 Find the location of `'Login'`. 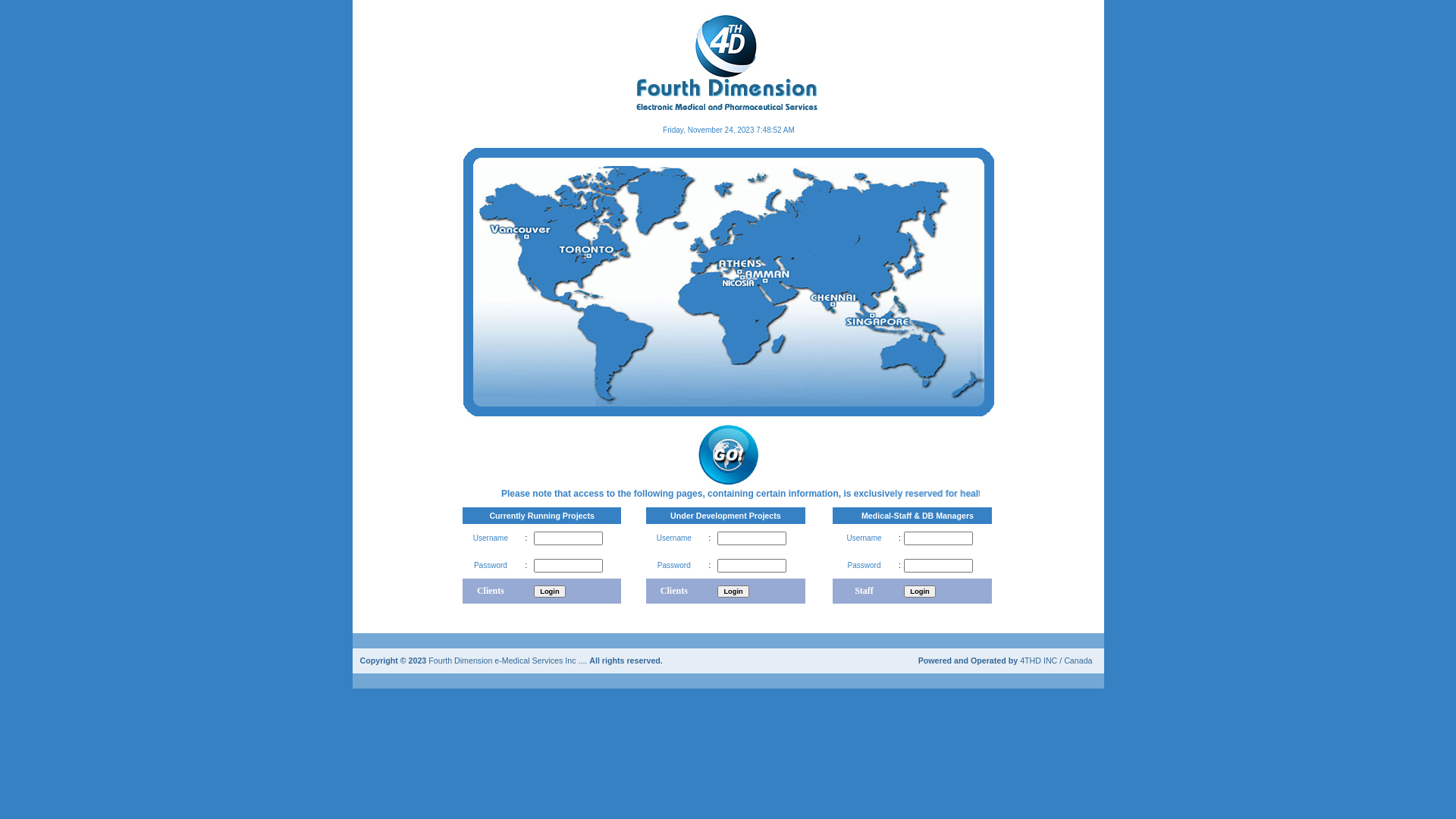

'Login' is located at coordinates (918, 590).